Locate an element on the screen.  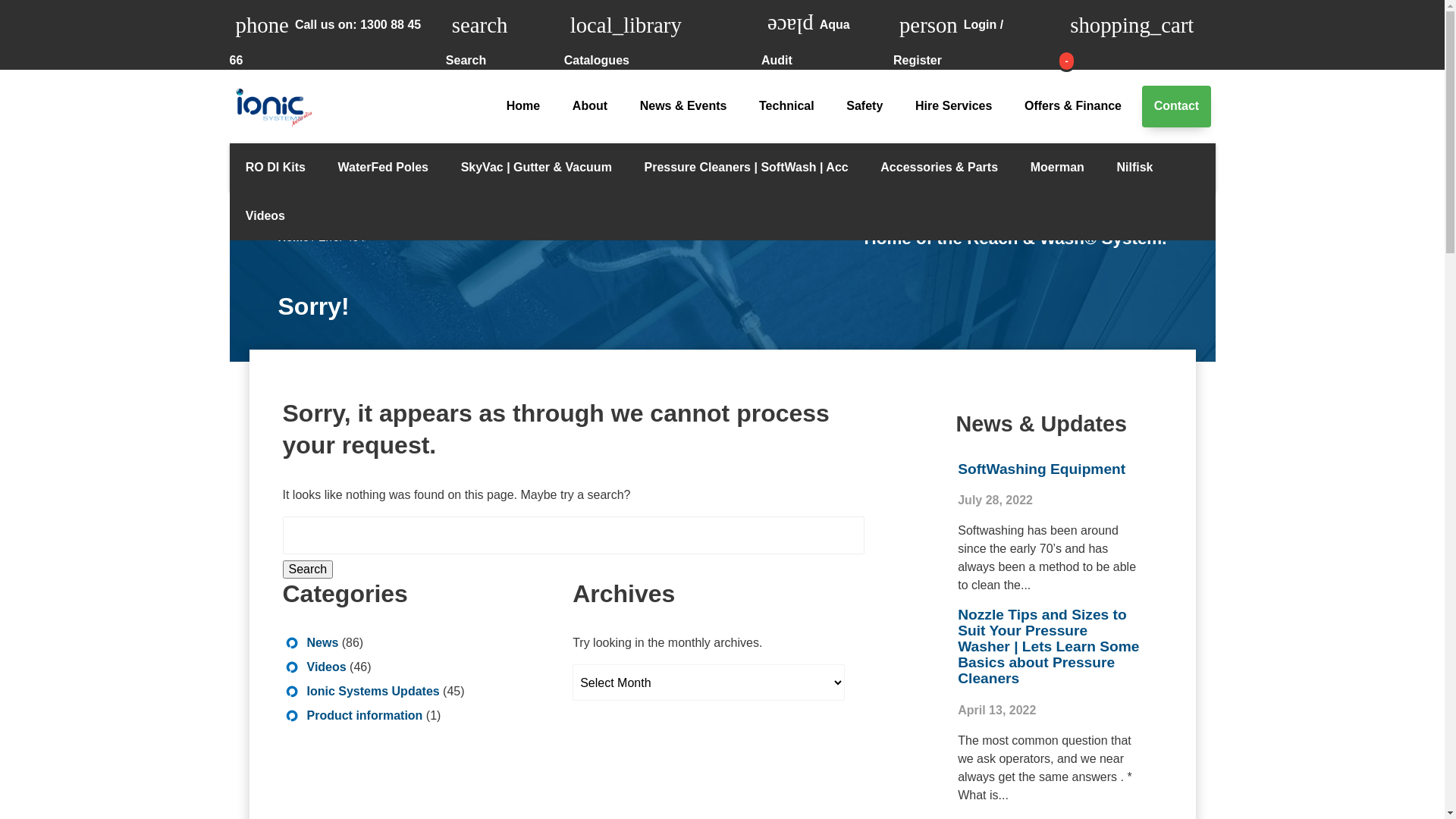
'Hire Services' is located at coordinates (952, 105).